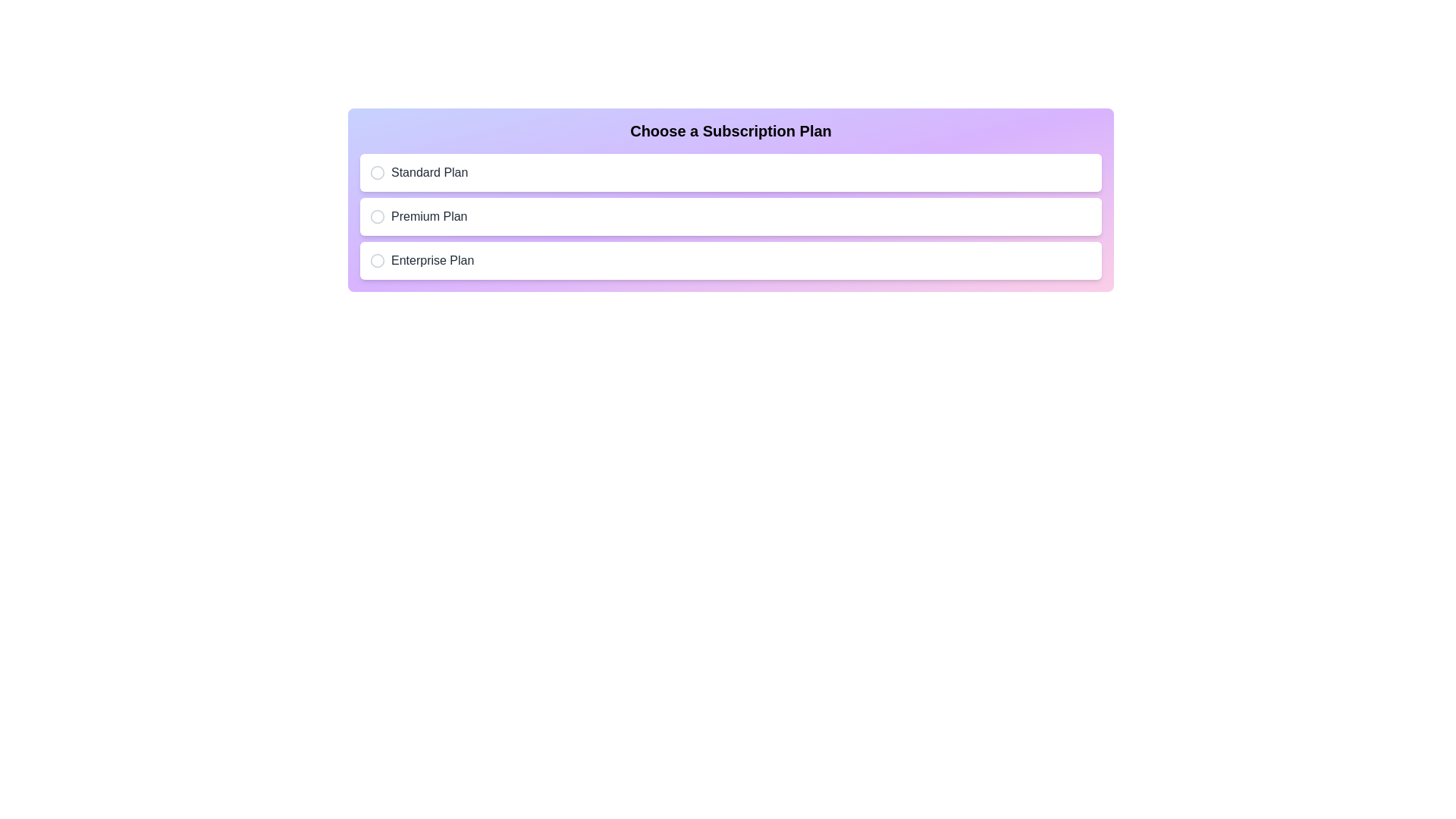 The height and width of the screenshot is (819, 1456). Describe the element at coordinates (428, 171) in the screenshot. I see `the 'Standard Plan' text label, which is displayed in gray and is the topmost item in the subscription plan selection interface` at that location.